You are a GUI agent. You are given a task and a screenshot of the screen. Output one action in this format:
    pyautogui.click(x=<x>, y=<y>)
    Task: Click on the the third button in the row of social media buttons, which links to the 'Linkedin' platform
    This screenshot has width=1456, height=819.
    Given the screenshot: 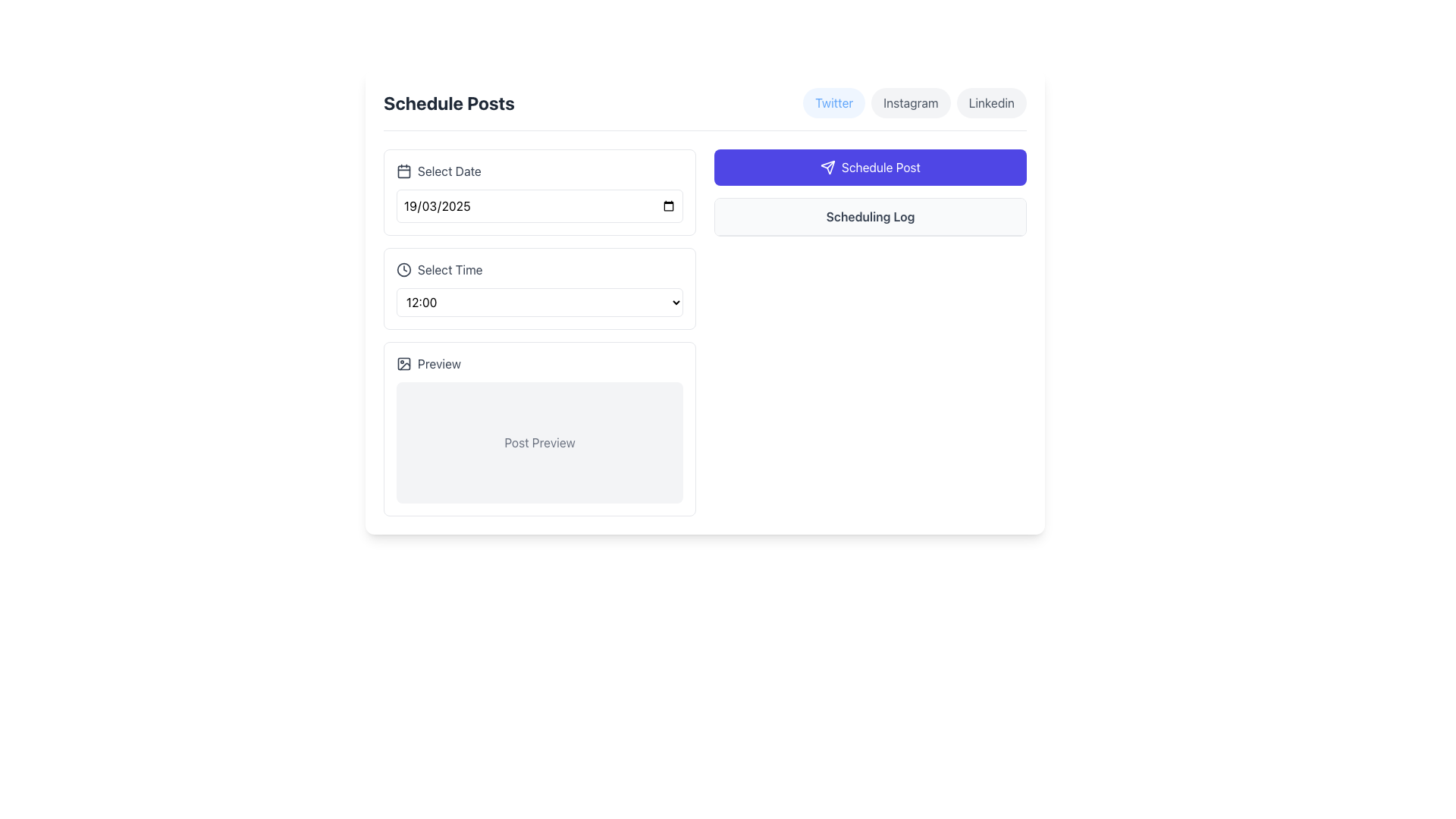 What is the action you would take?
    pyautogui.click(x=991, y=102)
    